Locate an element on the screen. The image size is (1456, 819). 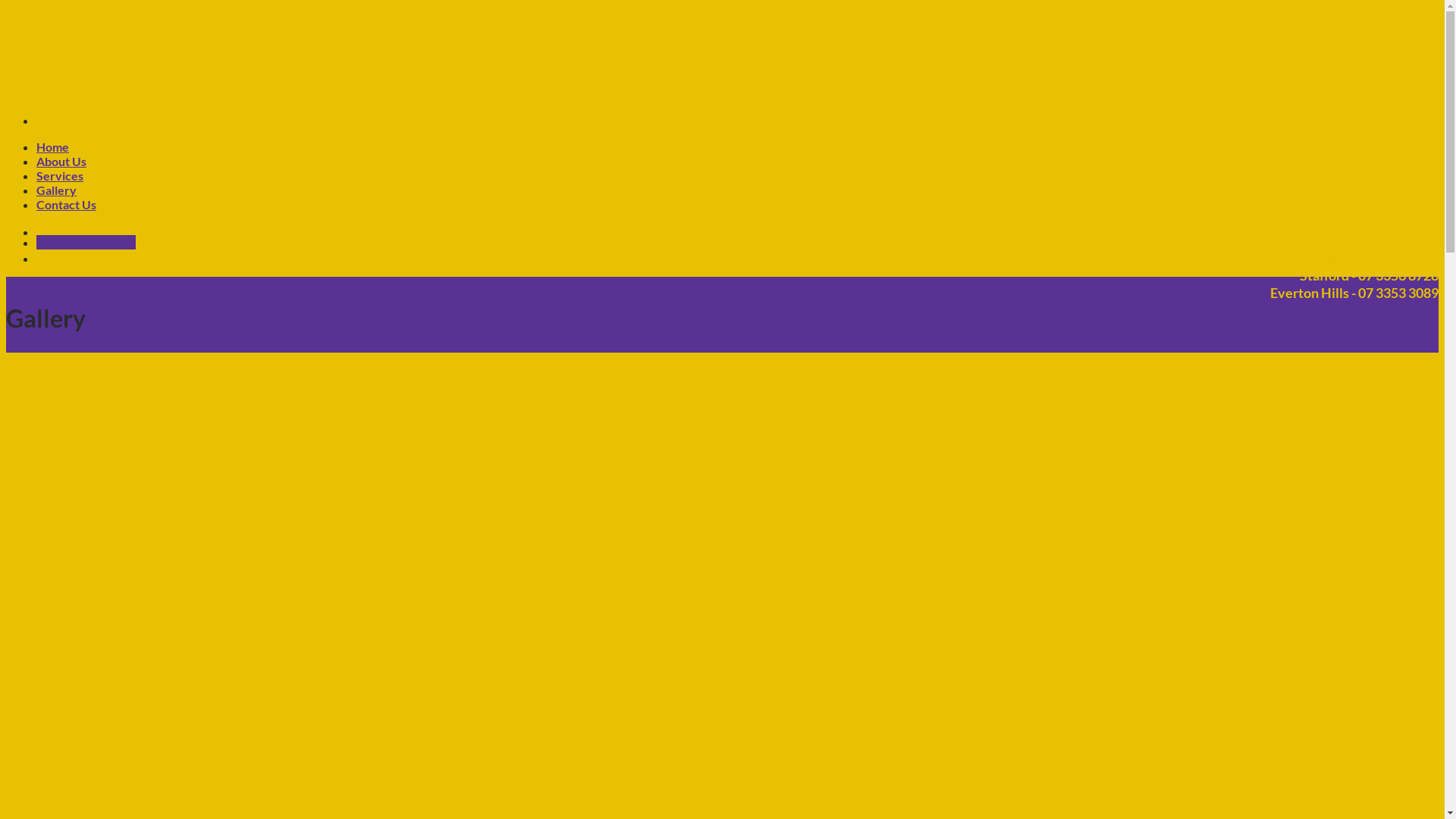
'Find Us' is located at coordinates (58, 241).